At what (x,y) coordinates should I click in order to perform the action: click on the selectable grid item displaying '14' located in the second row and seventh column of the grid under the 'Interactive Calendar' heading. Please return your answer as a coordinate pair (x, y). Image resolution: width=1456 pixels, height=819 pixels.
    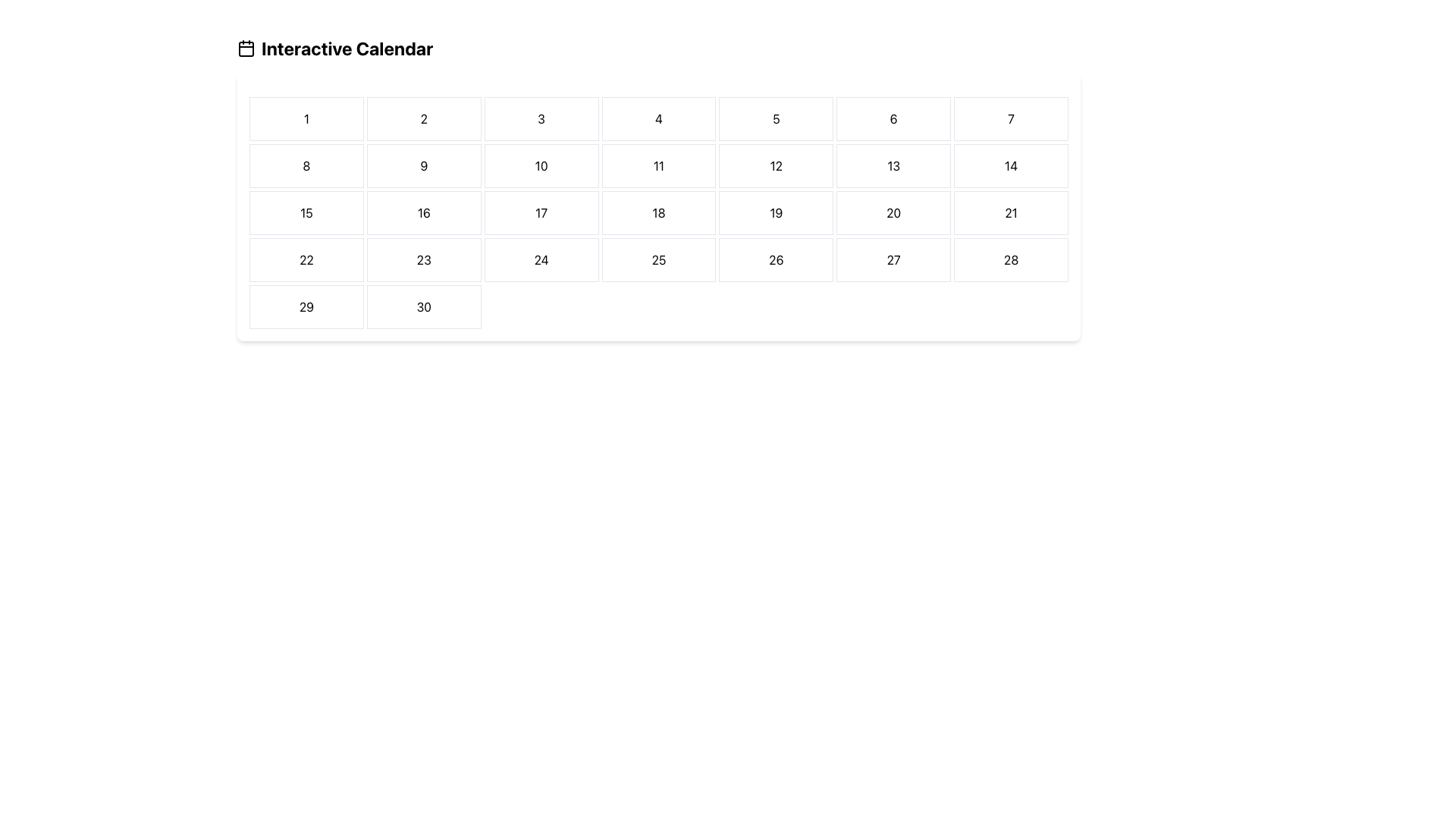
    Looking at the image, I should click on (1011, 166).